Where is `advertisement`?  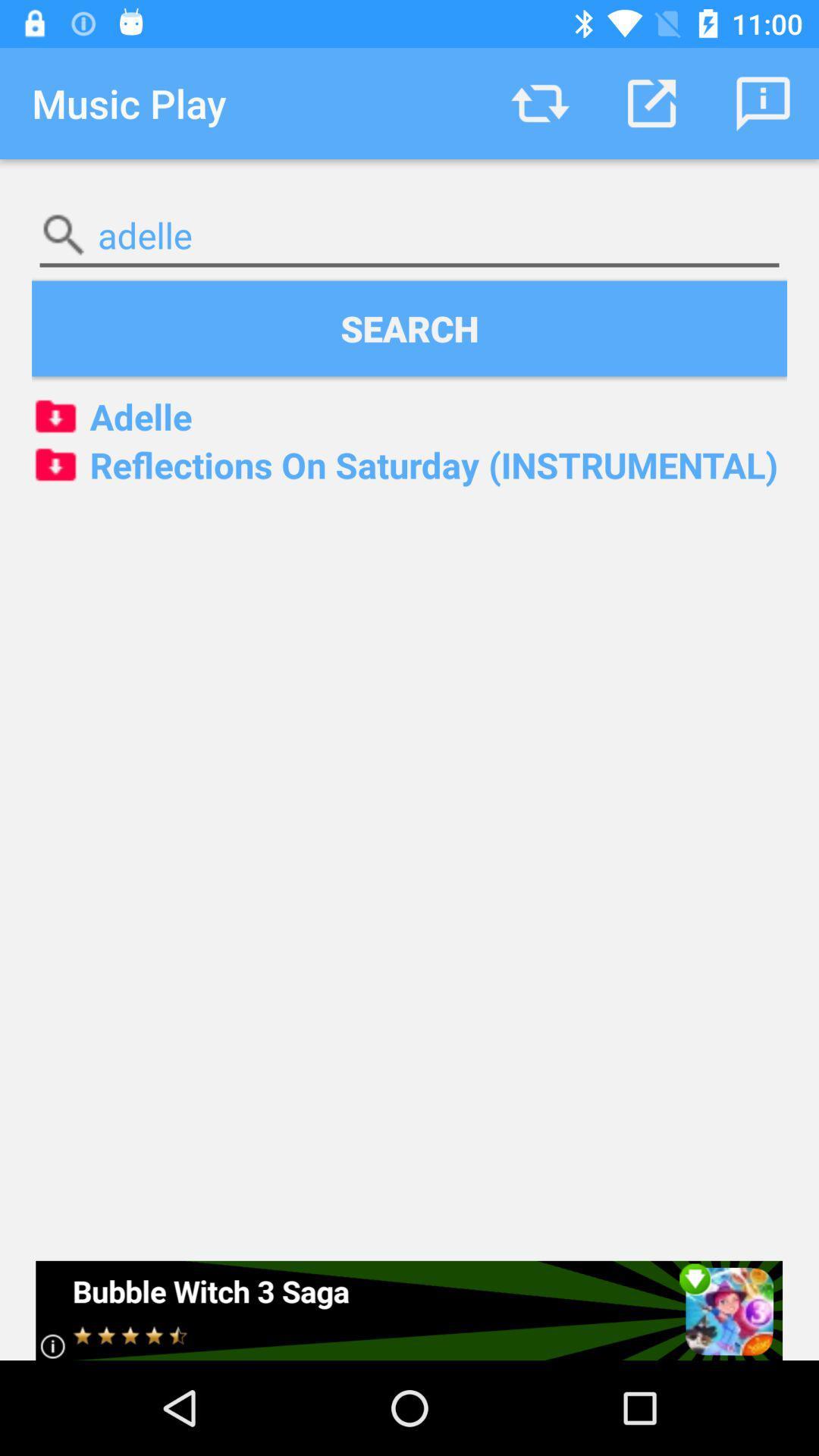 advertisement is located at coordinates (408, 1310).